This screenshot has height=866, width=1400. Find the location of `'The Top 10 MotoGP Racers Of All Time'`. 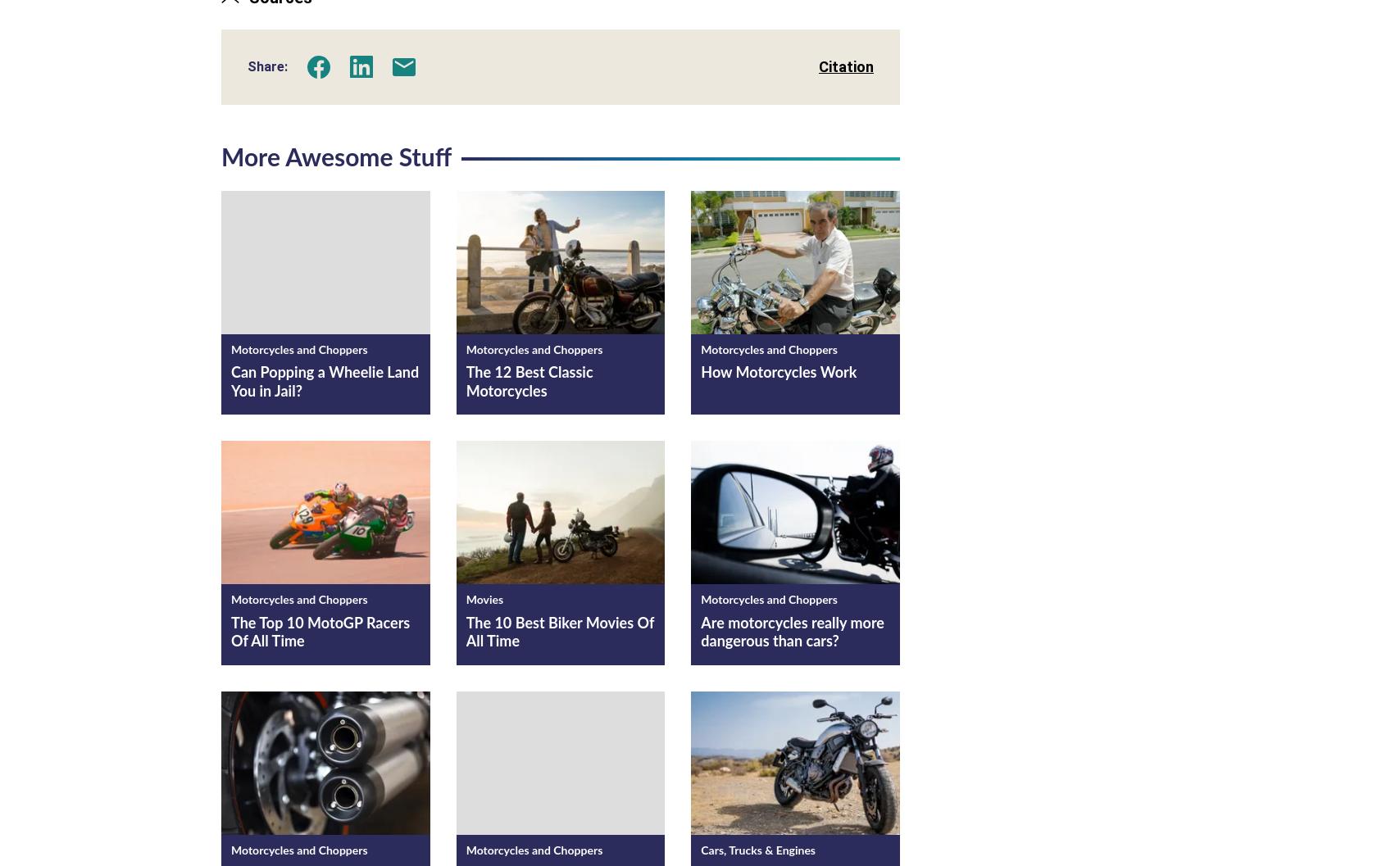

'The Top 10 MotoGP Racers Of All Time' is located at coordinates (320, 632).